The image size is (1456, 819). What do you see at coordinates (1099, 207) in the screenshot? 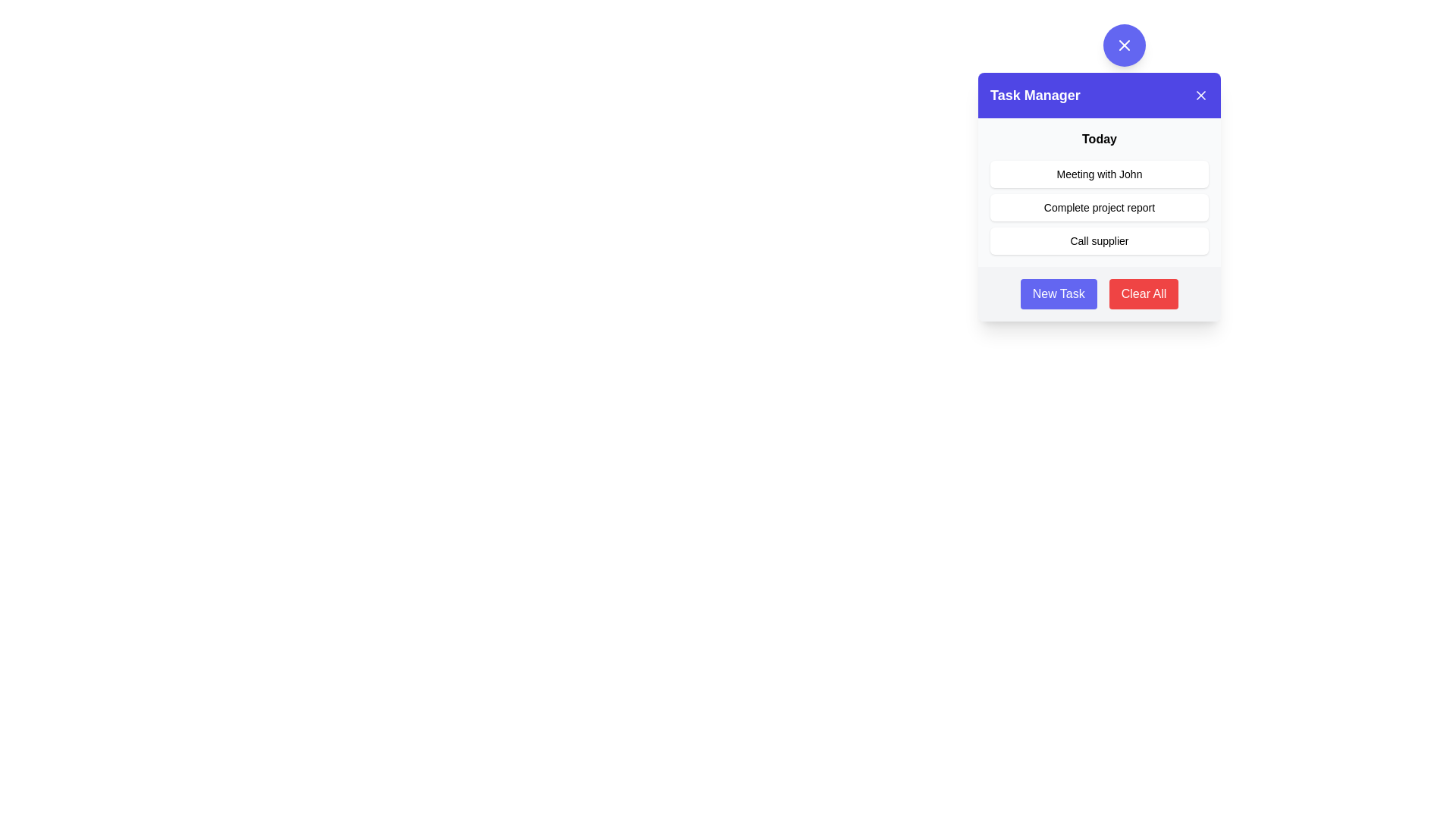
I see `the second task item in the task manager interface, which represents a task and is located between 'Meeting with John' and 'Call supplier'` at bounding box center [1099, 207].